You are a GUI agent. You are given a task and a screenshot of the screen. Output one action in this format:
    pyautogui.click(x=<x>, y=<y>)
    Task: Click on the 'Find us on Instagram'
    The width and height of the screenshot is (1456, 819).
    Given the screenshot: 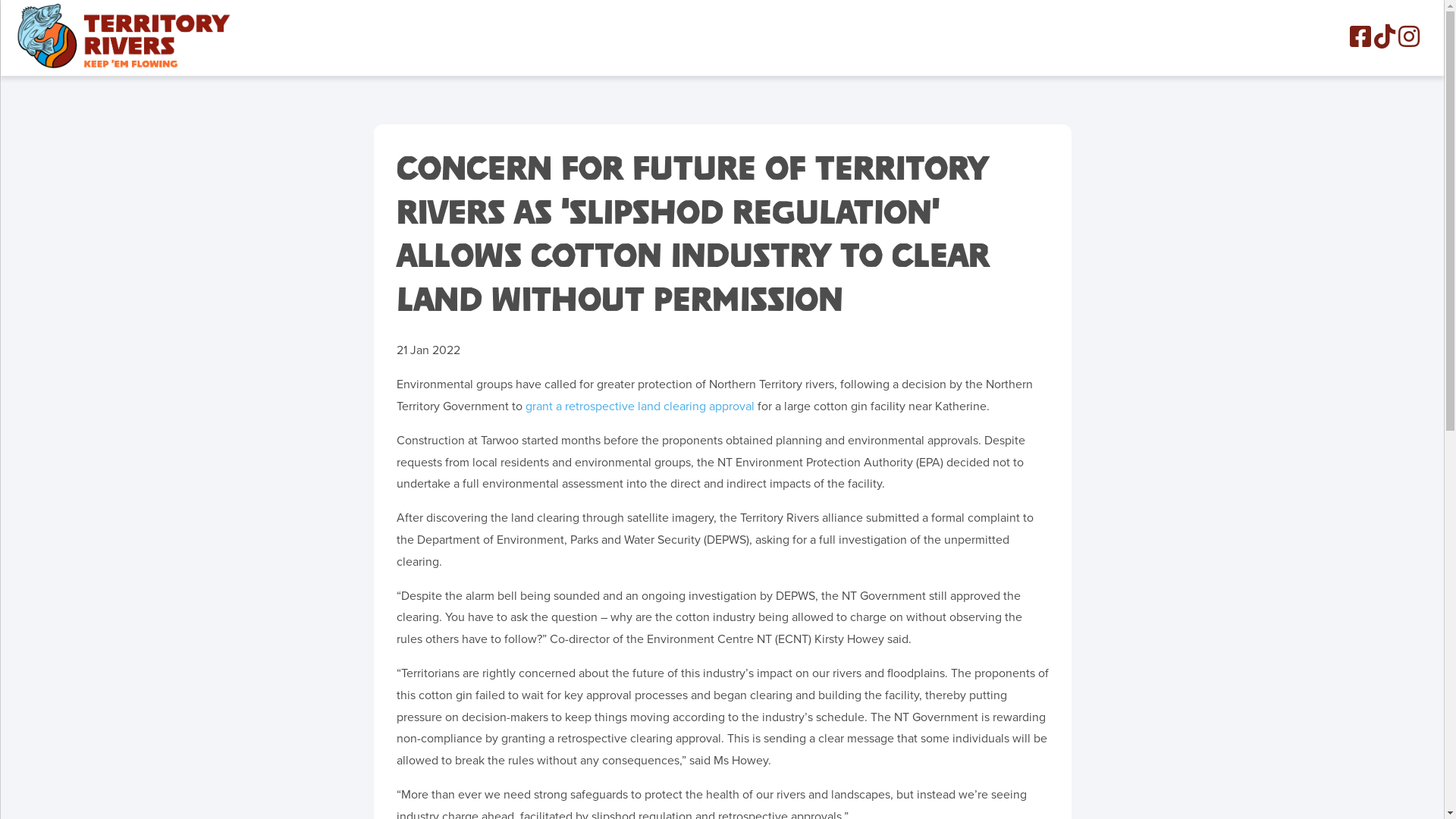 What is the action you would take?
    pyautogui.click(x=1407, y=40)
    